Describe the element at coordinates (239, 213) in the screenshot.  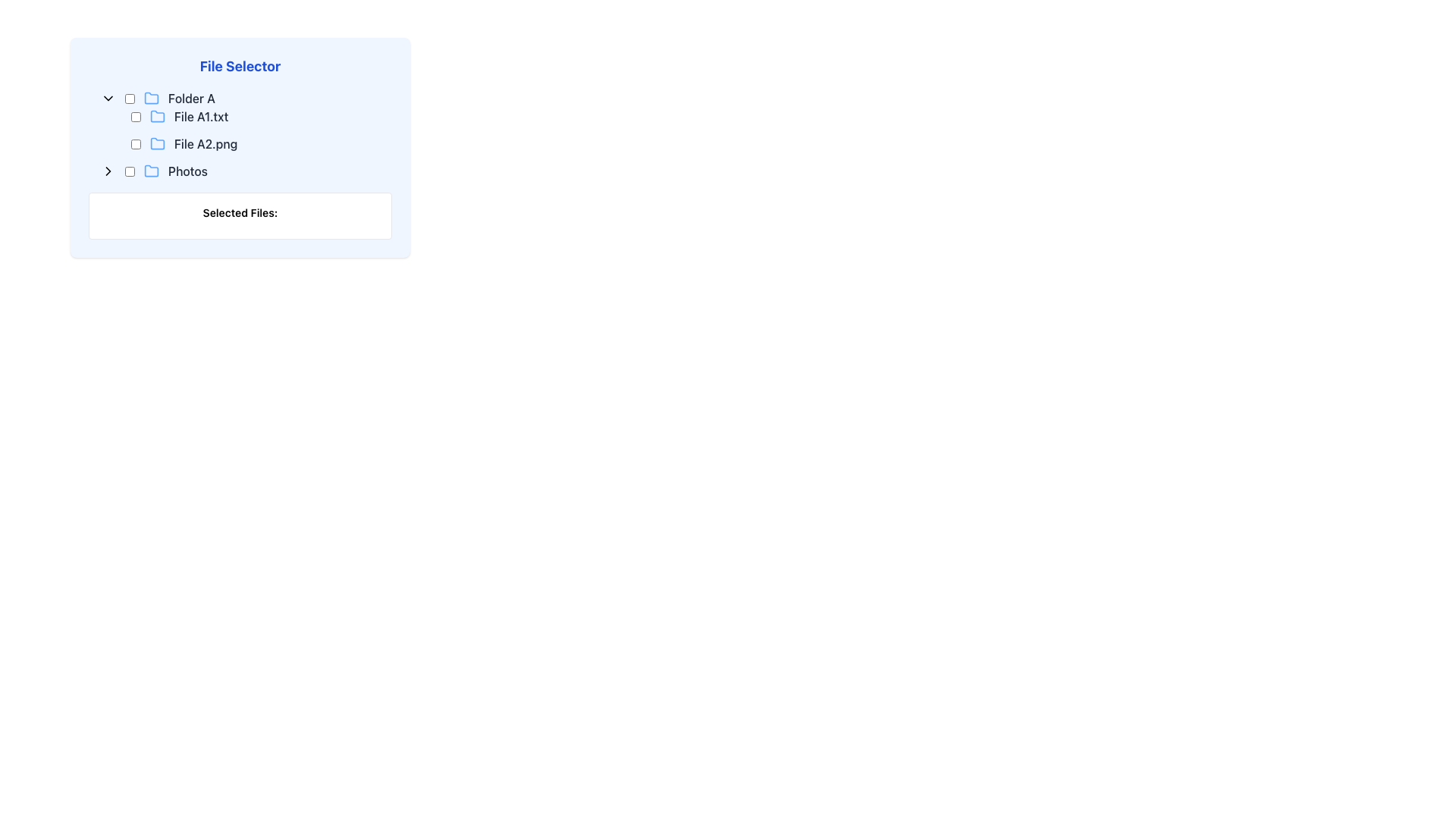
I see `the Text Label that indicates the section for selected files in the 'File Selector' interface, located in a bordered section at the bottom of the interface` at that location.